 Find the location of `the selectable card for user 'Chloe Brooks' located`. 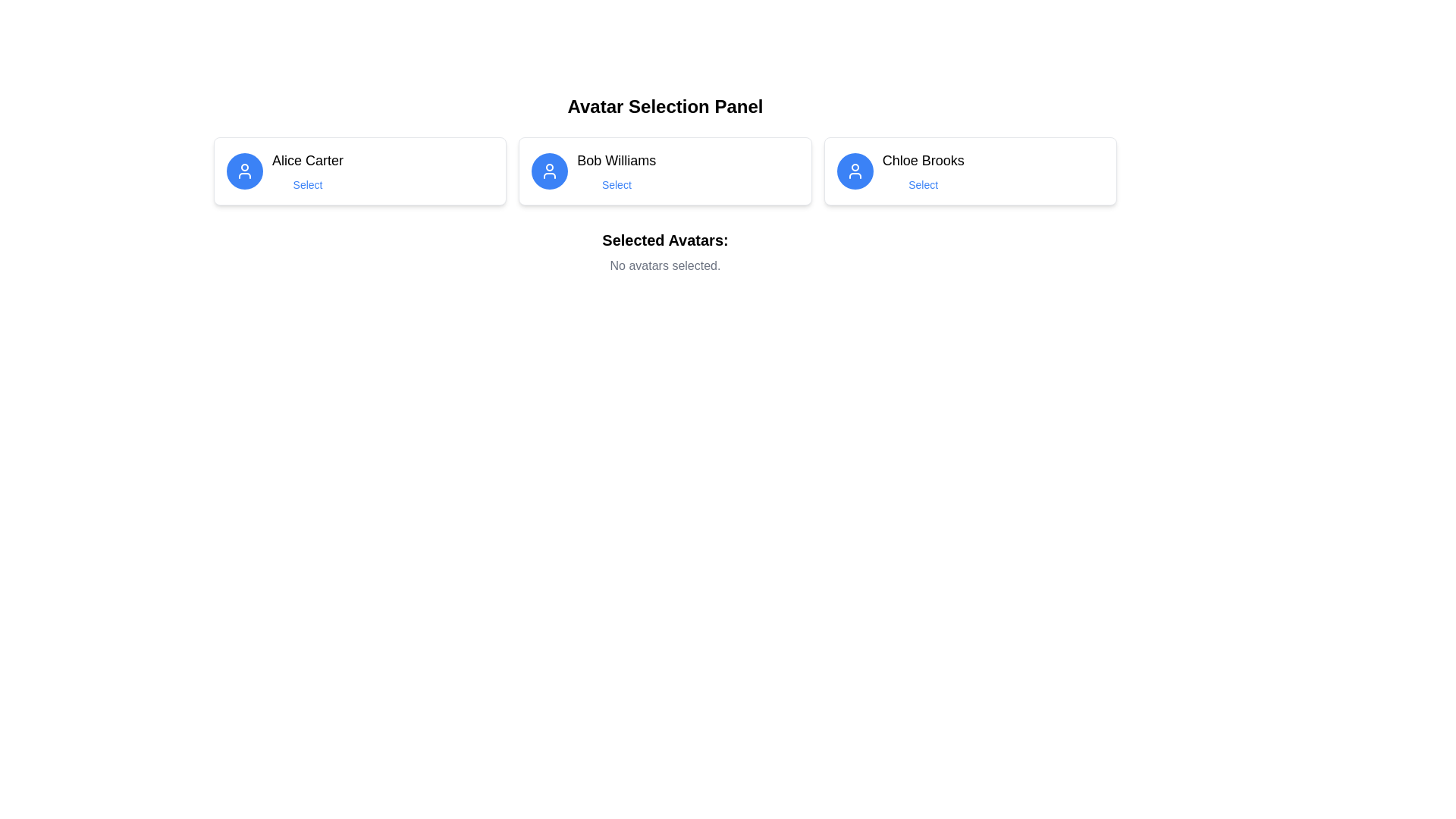

the selectable card for user 'Chloe Brooks' located is located at coordinates (969, 171).